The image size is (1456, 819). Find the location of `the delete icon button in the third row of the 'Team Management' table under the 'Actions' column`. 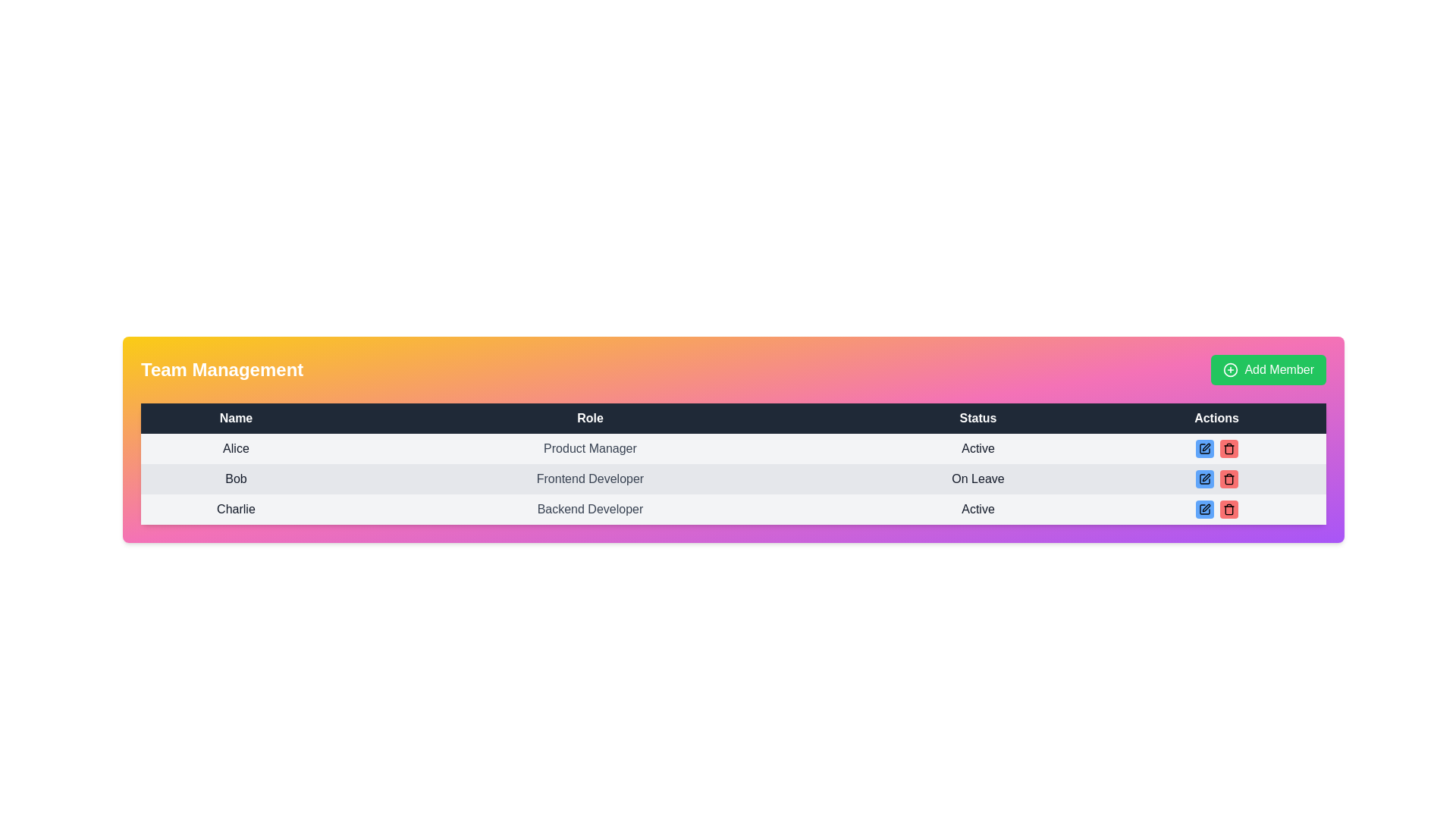

the delete icon button in the third row of the 'Team Management' table under the 'Actions' column is located at coordinates (1228, 479).